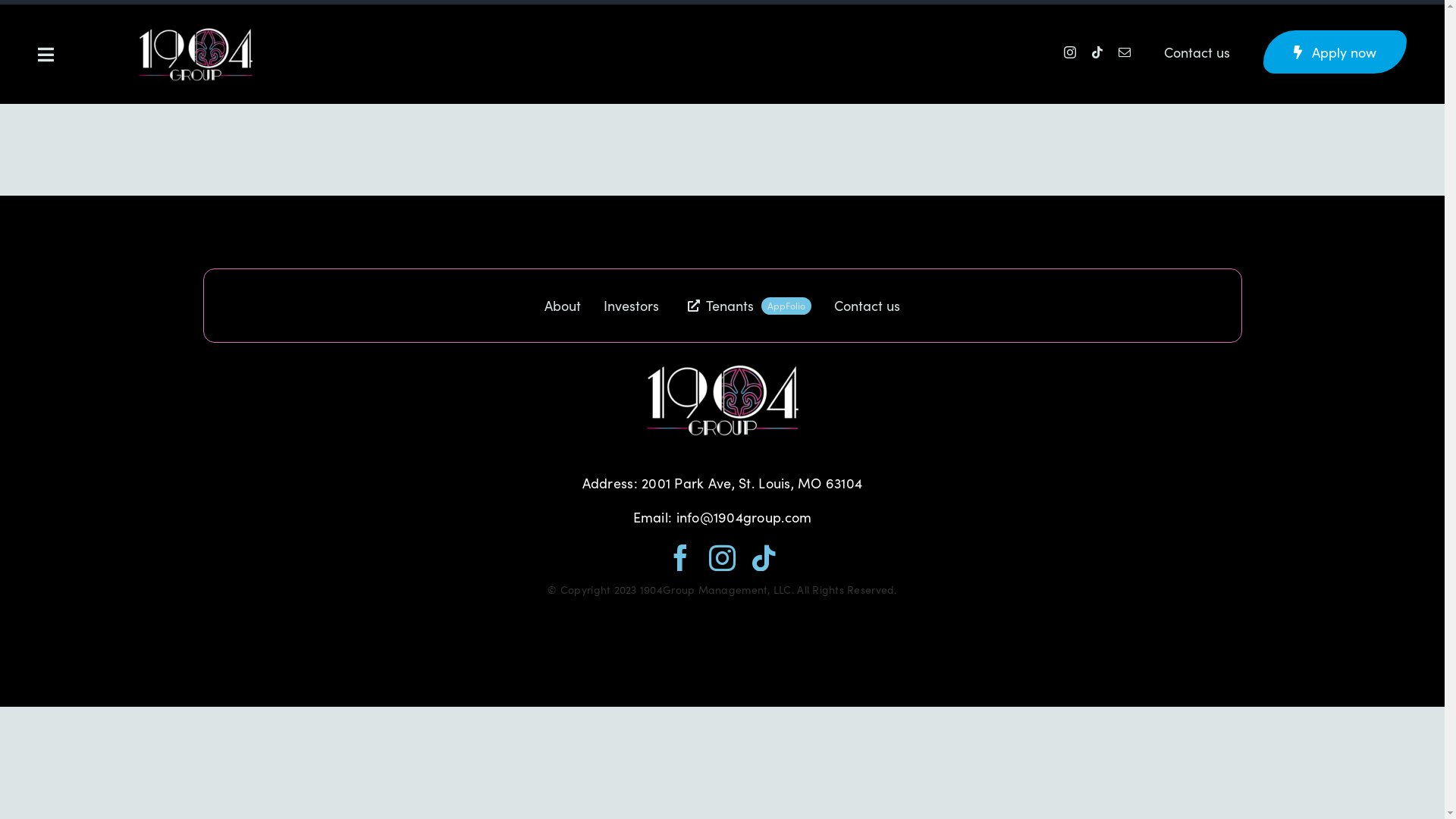  Describe the element at coordinates (867, 305) in the screenshot. I see `'Contact us'` at that location.